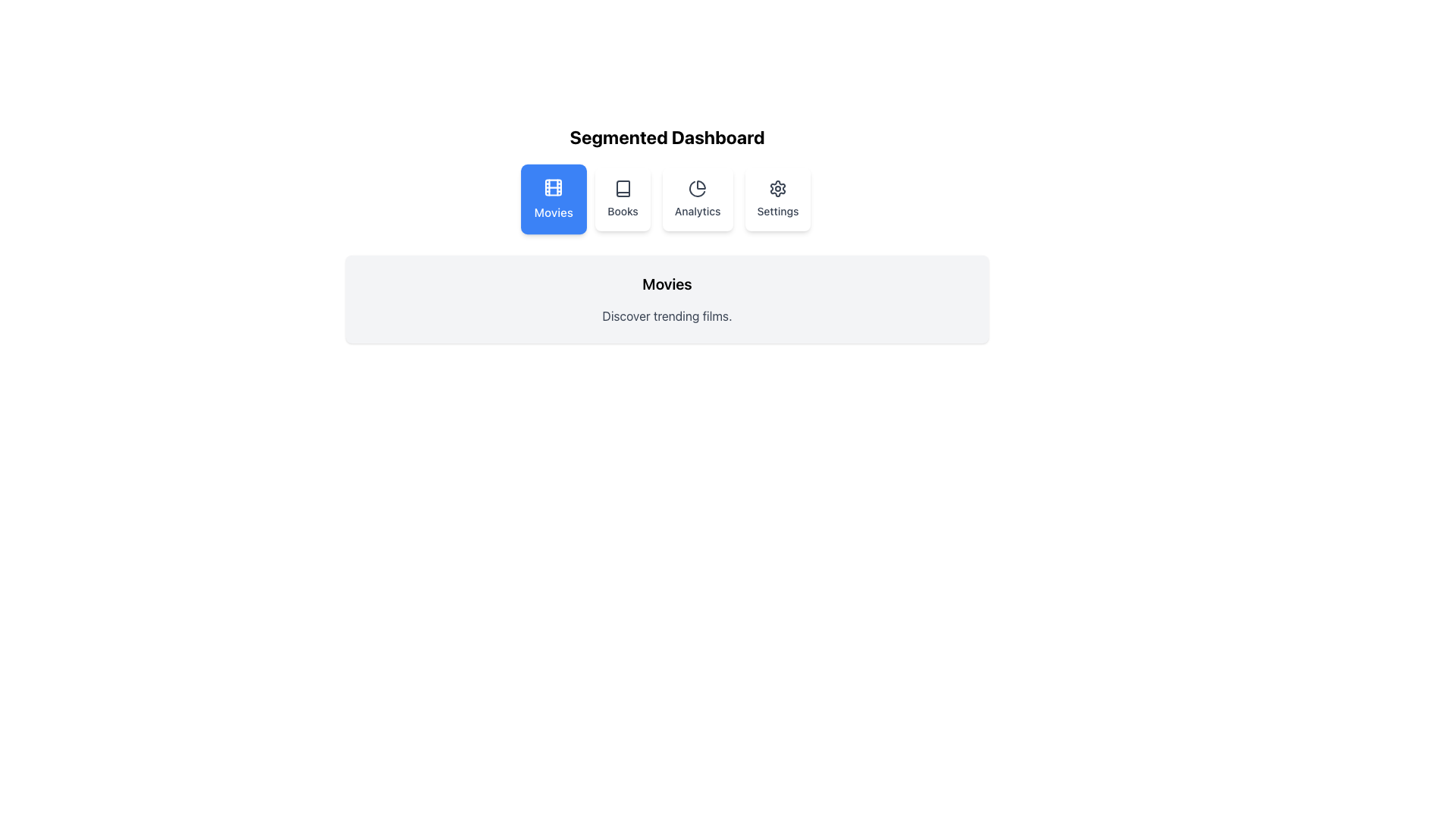  What do you see at coordinates (552, 198) in the screenshot?
I see `the rectangular blue button labeled 'Movies', which has a white film icon above the text` at bounding box center [552, 198].